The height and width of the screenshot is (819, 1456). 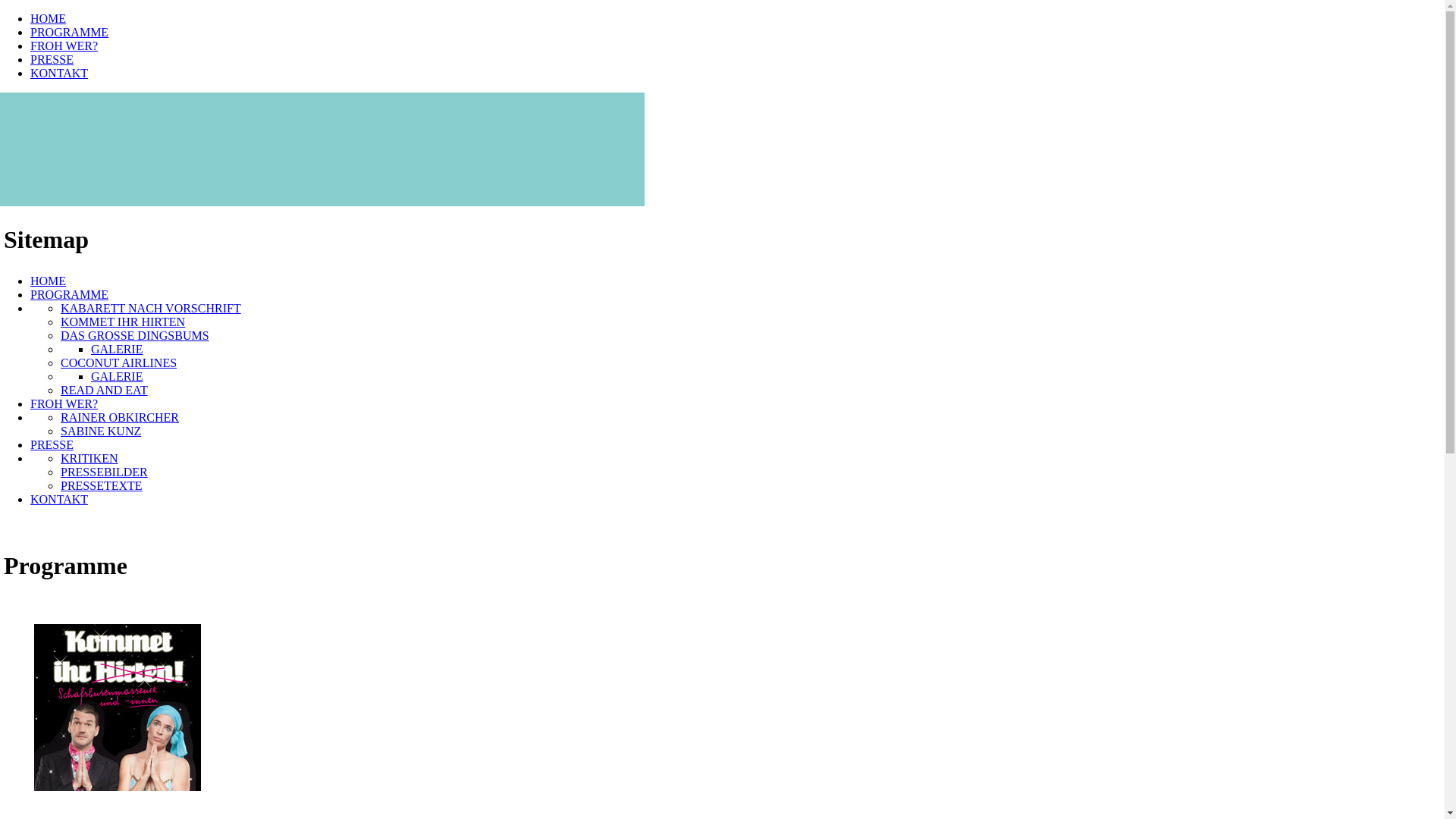 What do you see at coordinates (48, 281) in the screenshot?
I see `'HOME'` at bounding box center [48, 281].